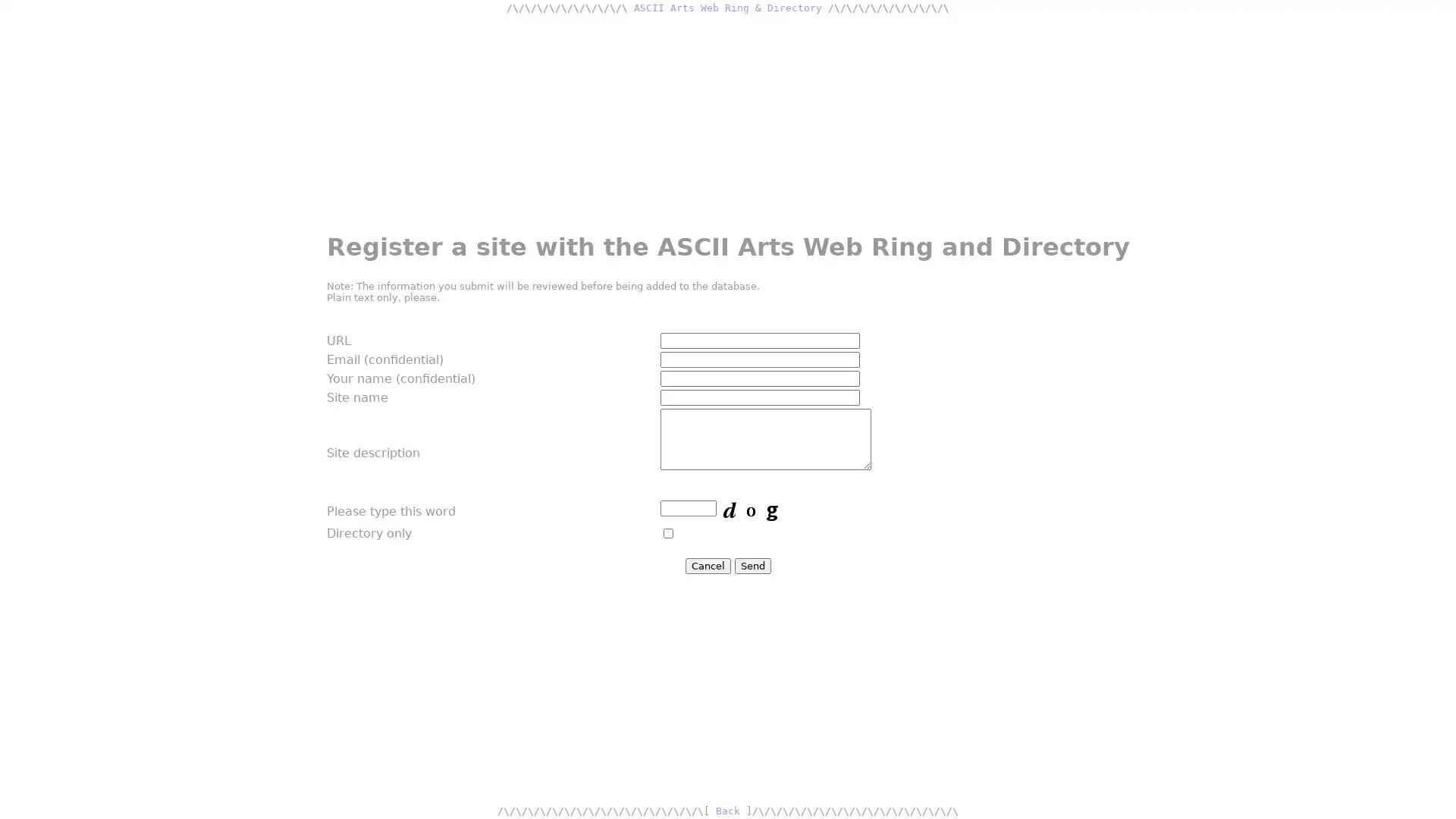 The height and width of the screenshot is (819, 1456). What do you see at coordinates (752, 566) in the screenshot?
I see `Send` at bounding box center [752, 566].